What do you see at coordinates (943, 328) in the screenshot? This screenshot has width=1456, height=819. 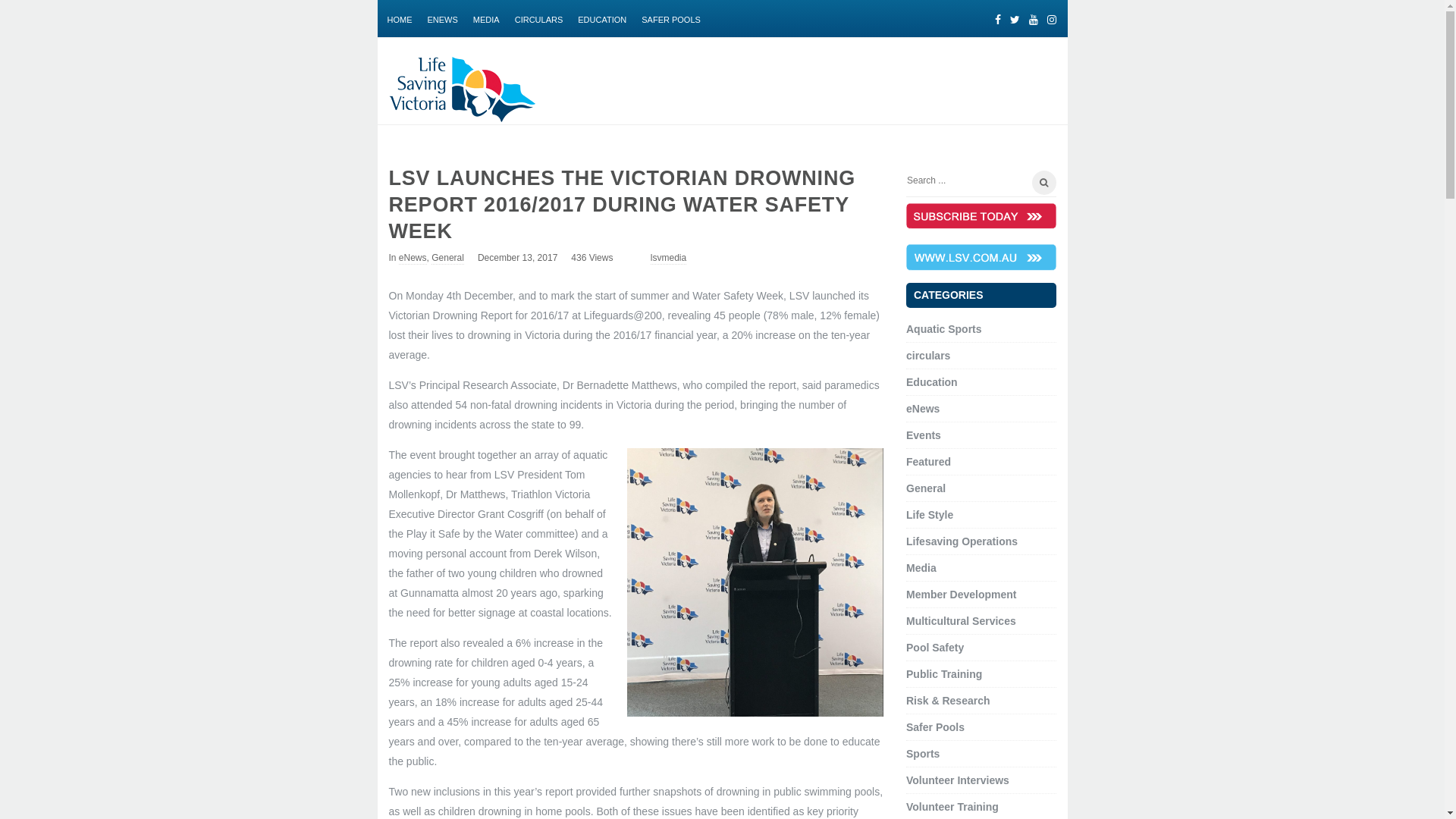 I see `'Aquatic Sports'` at bounding box center [943, 328].